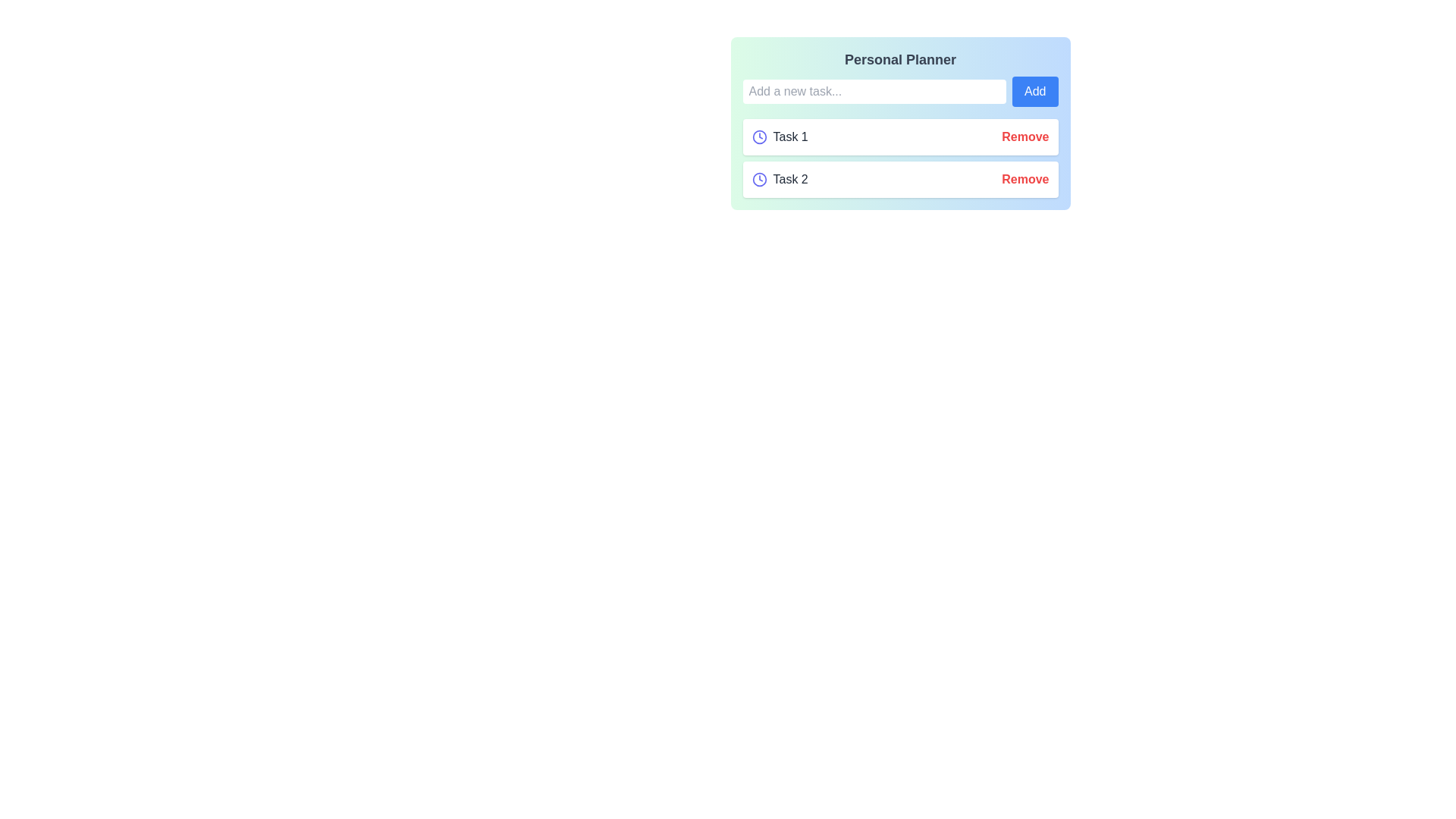  What do you see at coordinates (1025, 137) in the screenshot?
I see `the button labeled Remove to observe visual feedback` at bounding box center [1025, 137].